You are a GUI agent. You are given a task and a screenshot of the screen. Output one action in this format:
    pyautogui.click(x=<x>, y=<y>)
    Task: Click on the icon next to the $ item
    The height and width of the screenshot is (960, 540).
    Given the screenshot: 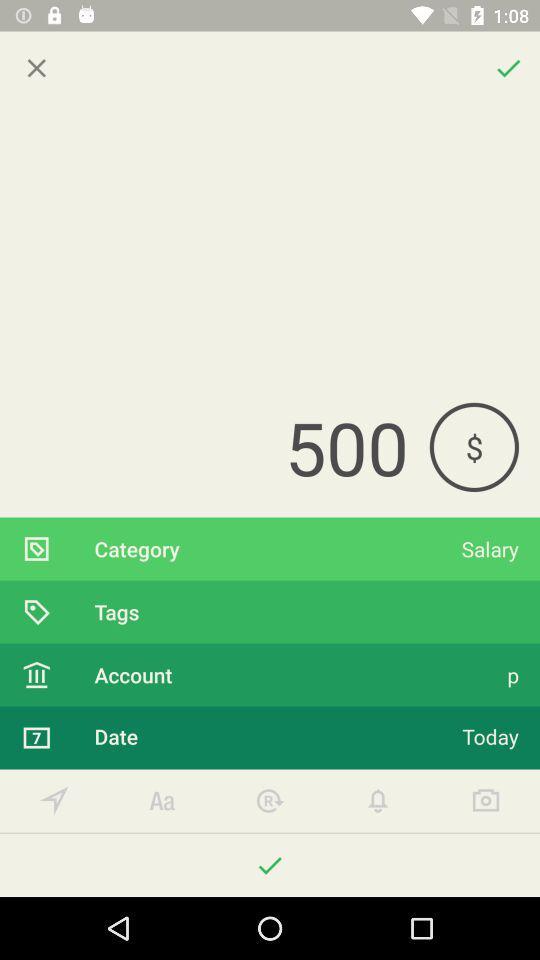 What is the action you would take?
    pyautogui.click(x=213, y=447)
    